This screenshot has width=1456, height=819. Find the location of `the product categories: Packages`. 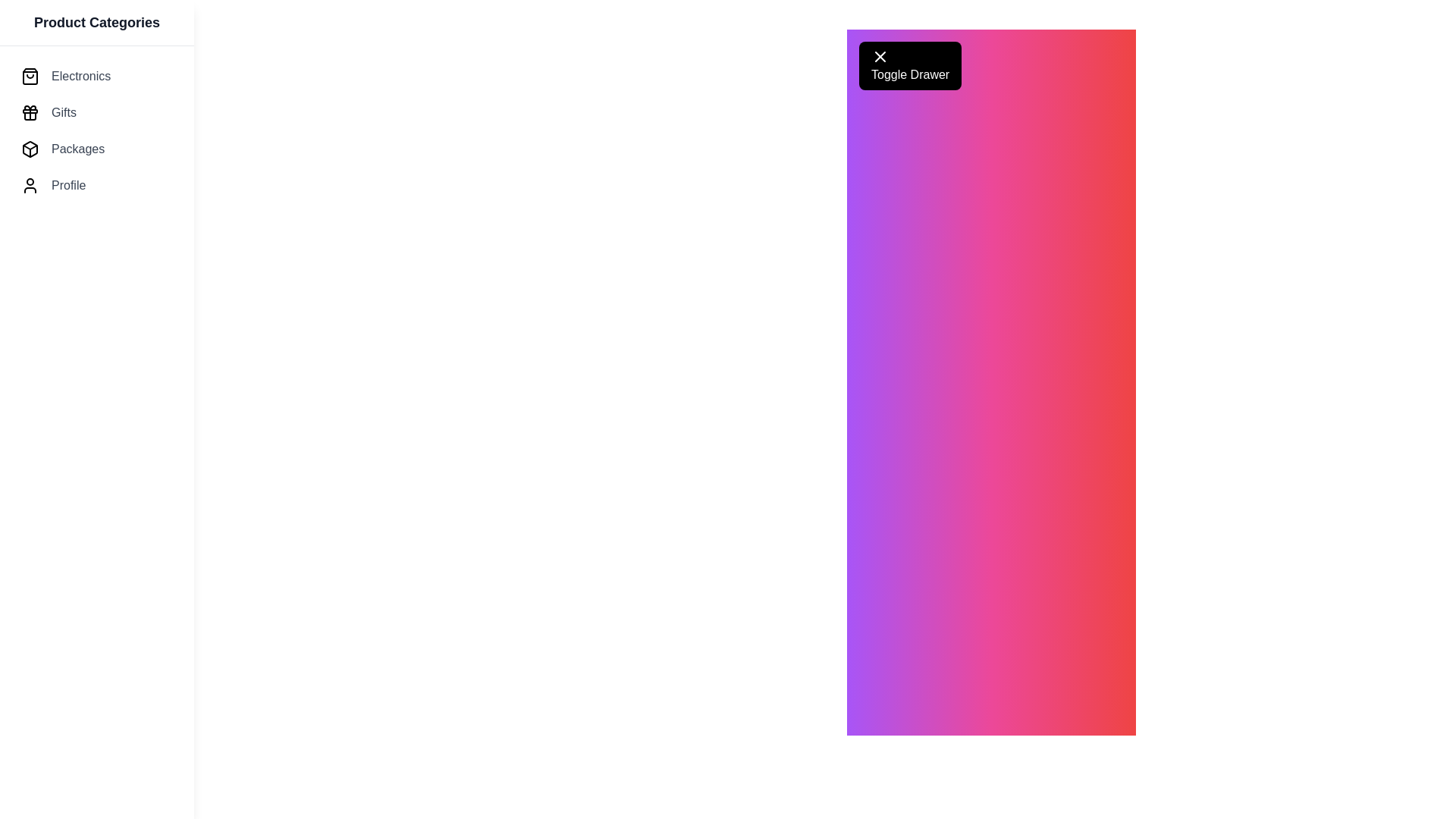

the product categories: Packages is located at coordinates (96, 149).